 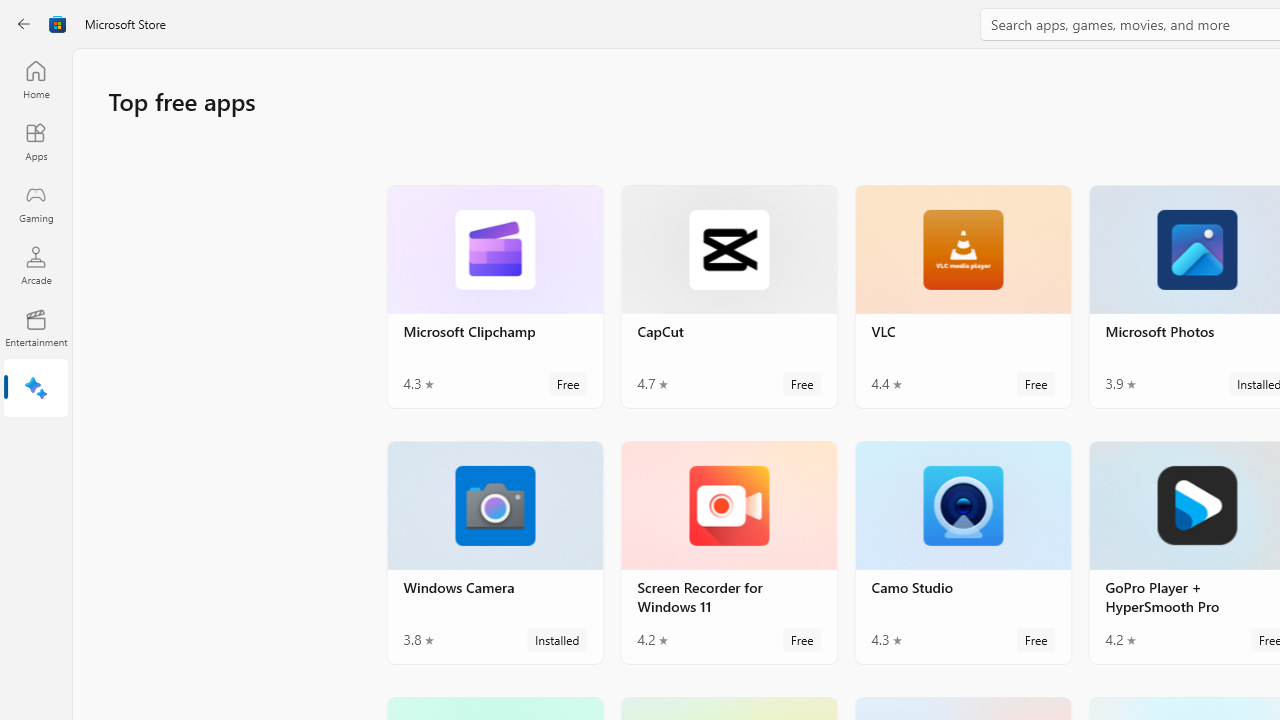 What do you see at coordinates (727, 296) in the screenshot?
I see `'CapCut. Average rating of 4.7 out of five stars. Free  '` at bounding box center [727, 296].